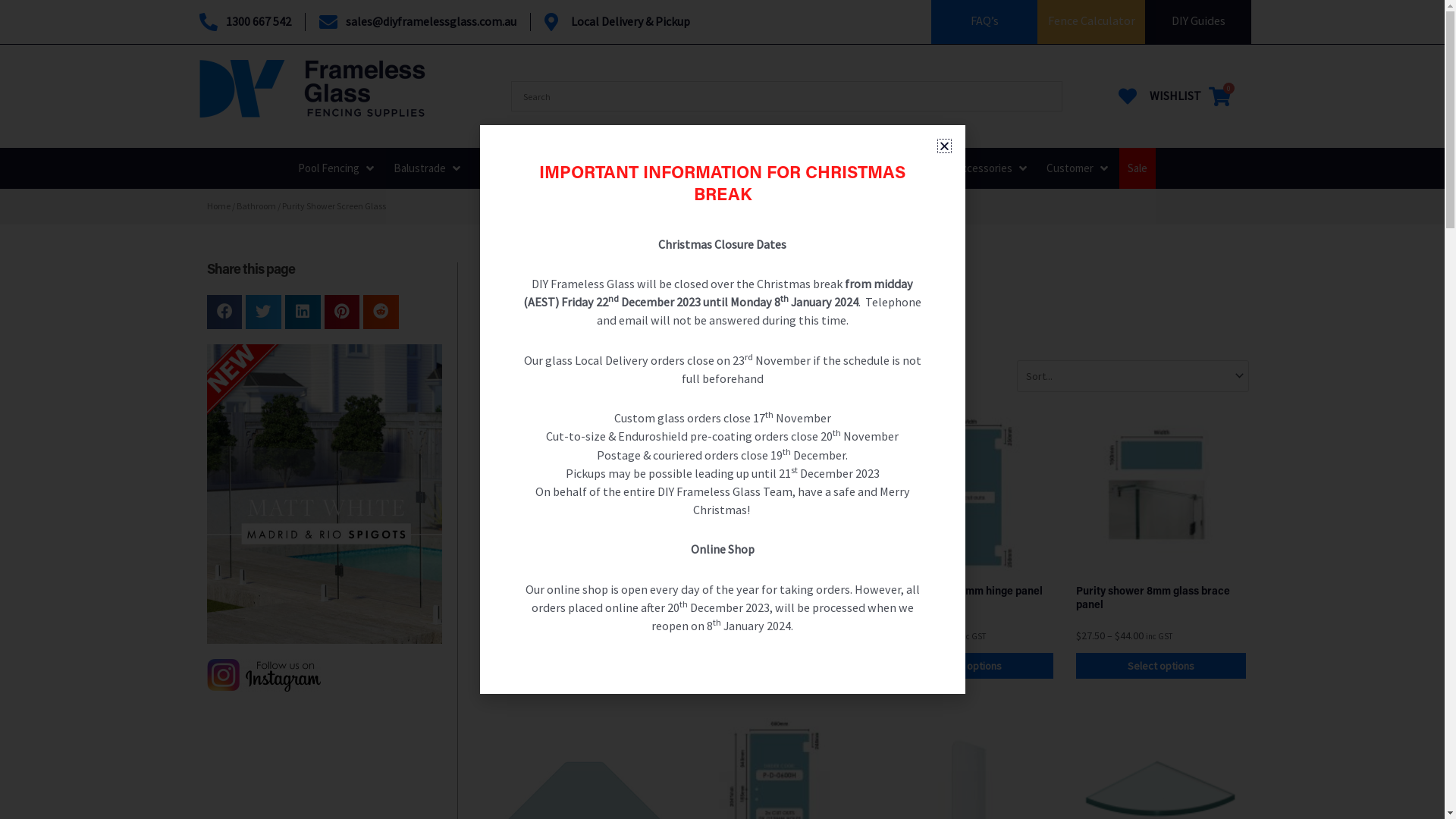  What do you see at coordinates (968, 665) in the screenshot?
I see `'Select options'` at bounding box center [968, 665].